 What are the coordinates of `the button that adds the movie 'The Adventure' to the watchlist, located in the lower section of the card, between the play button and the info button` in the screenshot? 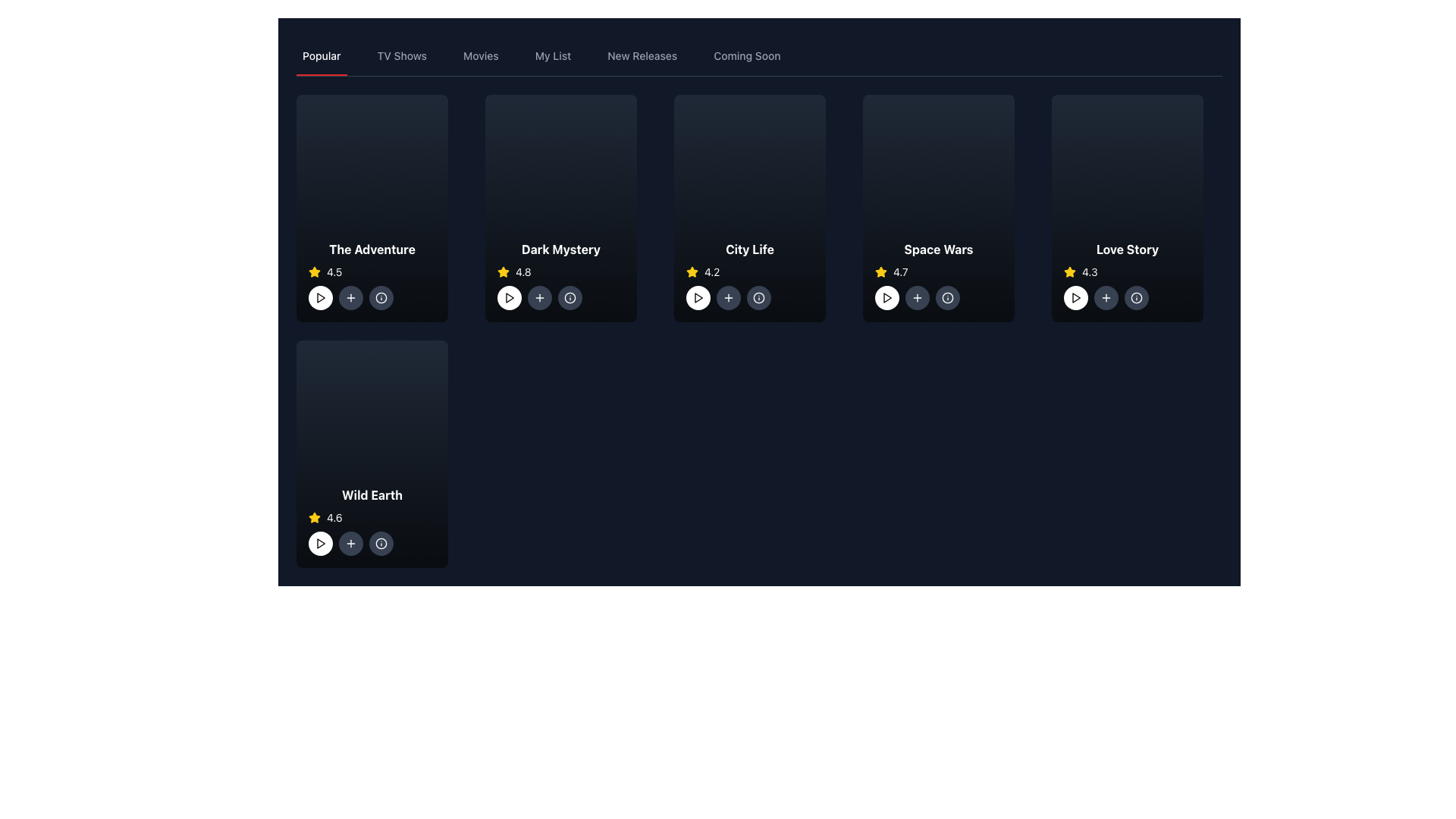 It's located at (350, 298).